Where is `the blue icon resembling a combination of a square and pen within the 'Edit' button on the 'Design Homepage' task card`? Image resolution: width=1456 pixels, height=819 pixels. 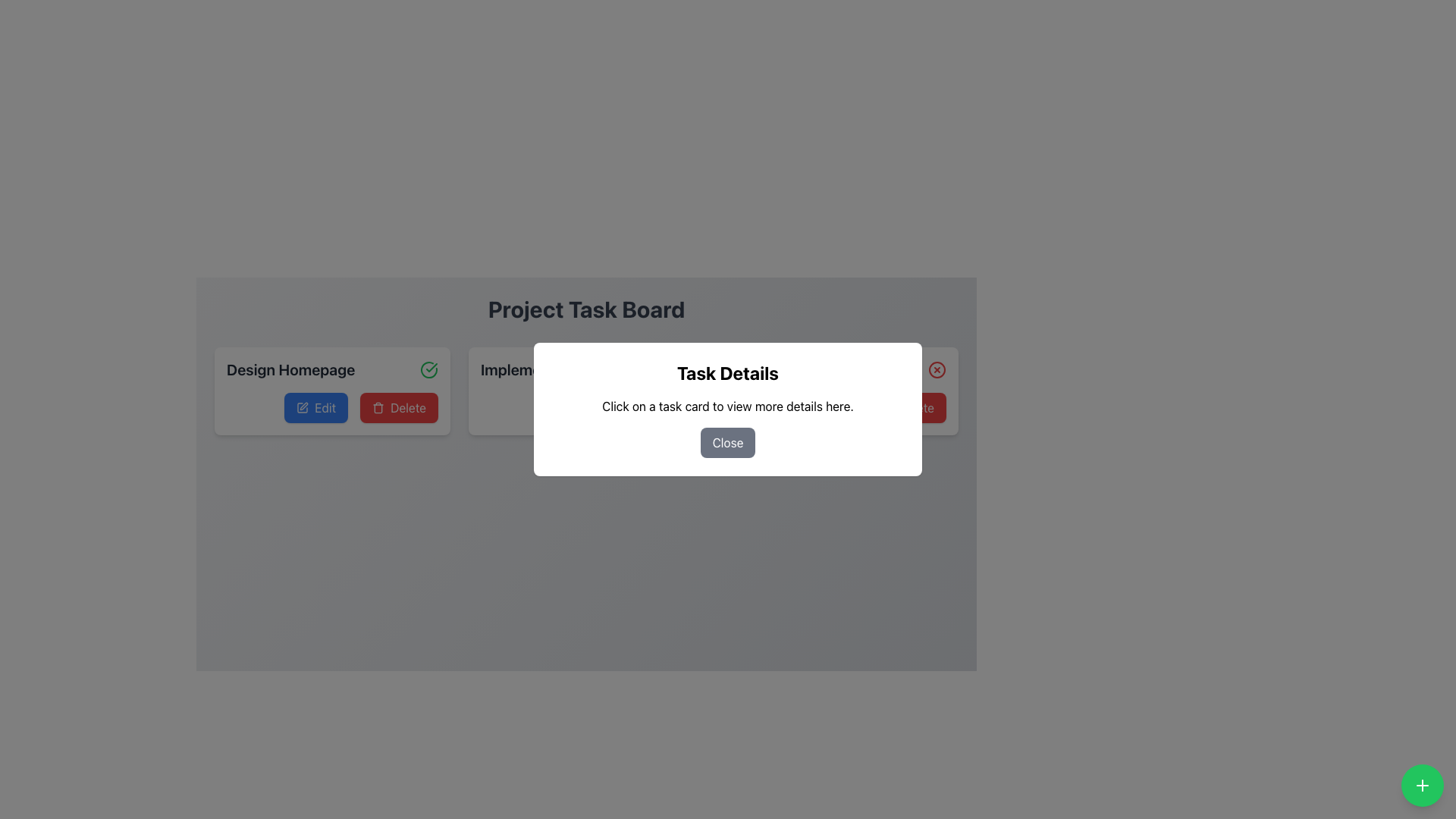
the blue icon resembling a combination of a square and pen within the 'Edit' button on the 'Design Homepage' task card is located at coordinates (303, 406).